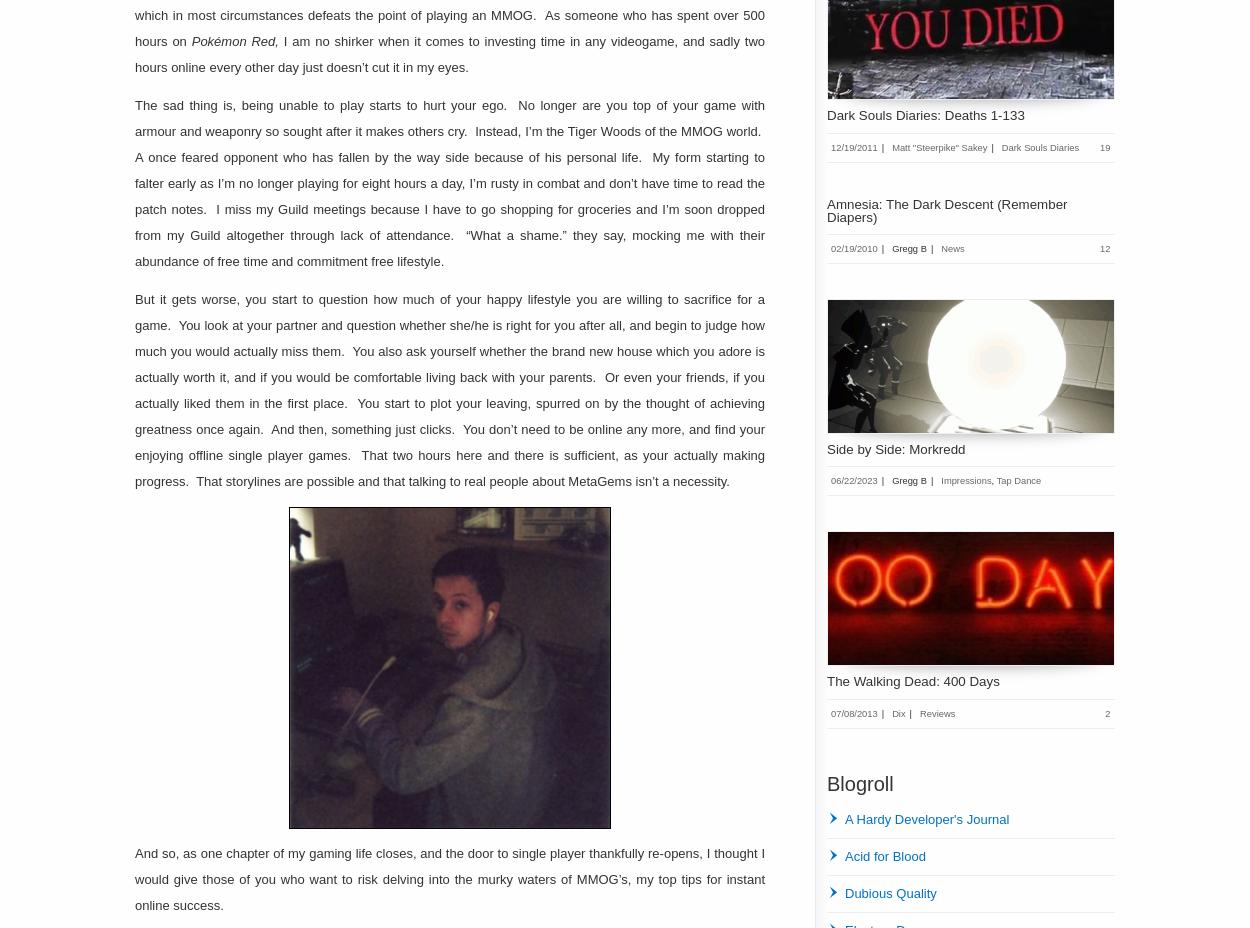 This screenshot has height=928, width=1250. What do you see at coordinates (853, 146) in the screenshot?
I see `'12/19/2011'` at bounding box center [853, 146].